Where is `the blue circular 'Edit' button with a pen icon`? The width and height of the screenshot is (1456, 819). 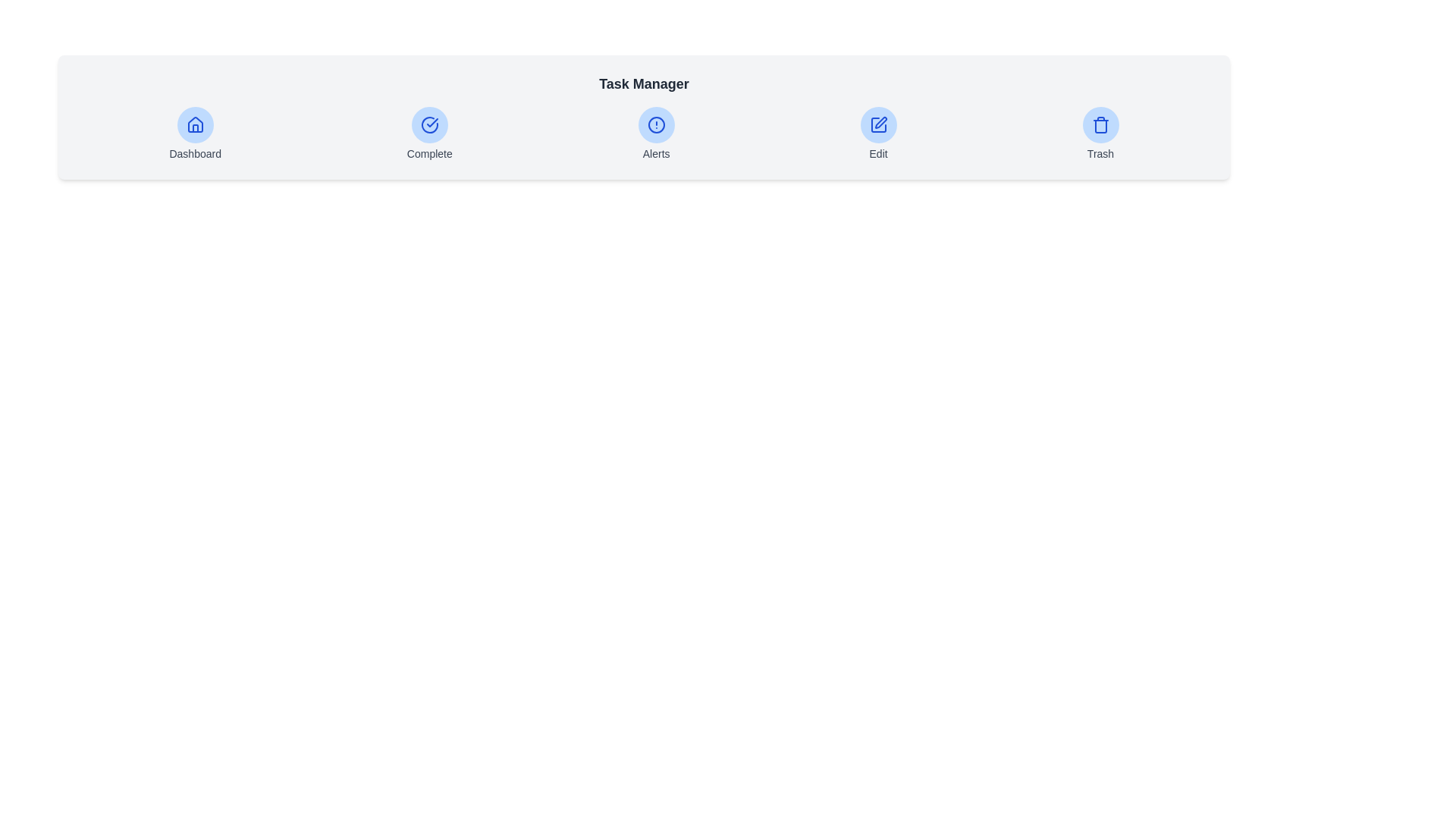 the blue circular 'Edit' button with a pen icon is located at coordinates (878, 133).